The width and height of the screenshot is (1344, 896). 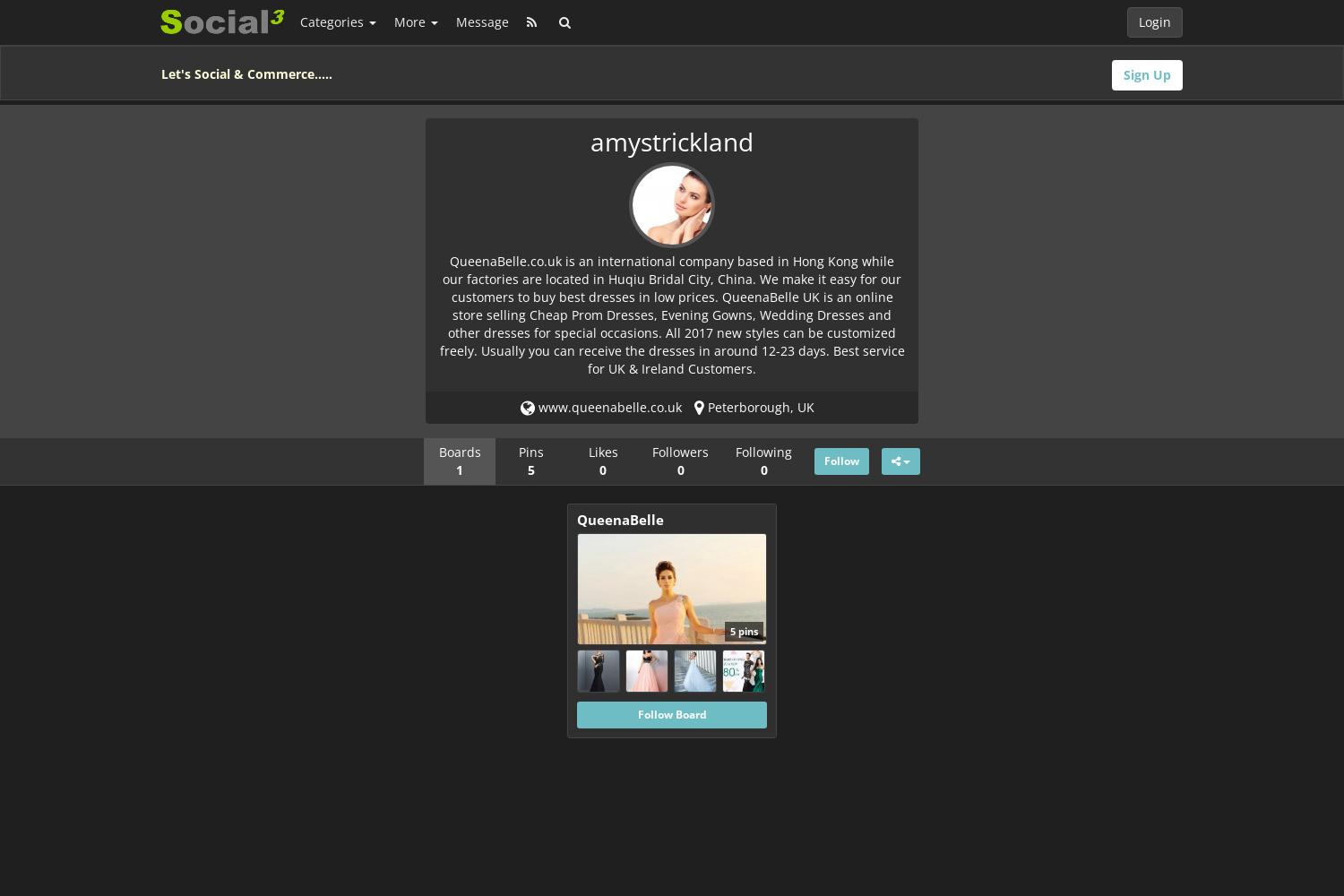 I want to click on 'amystrickland', so click(x=672, y=142).